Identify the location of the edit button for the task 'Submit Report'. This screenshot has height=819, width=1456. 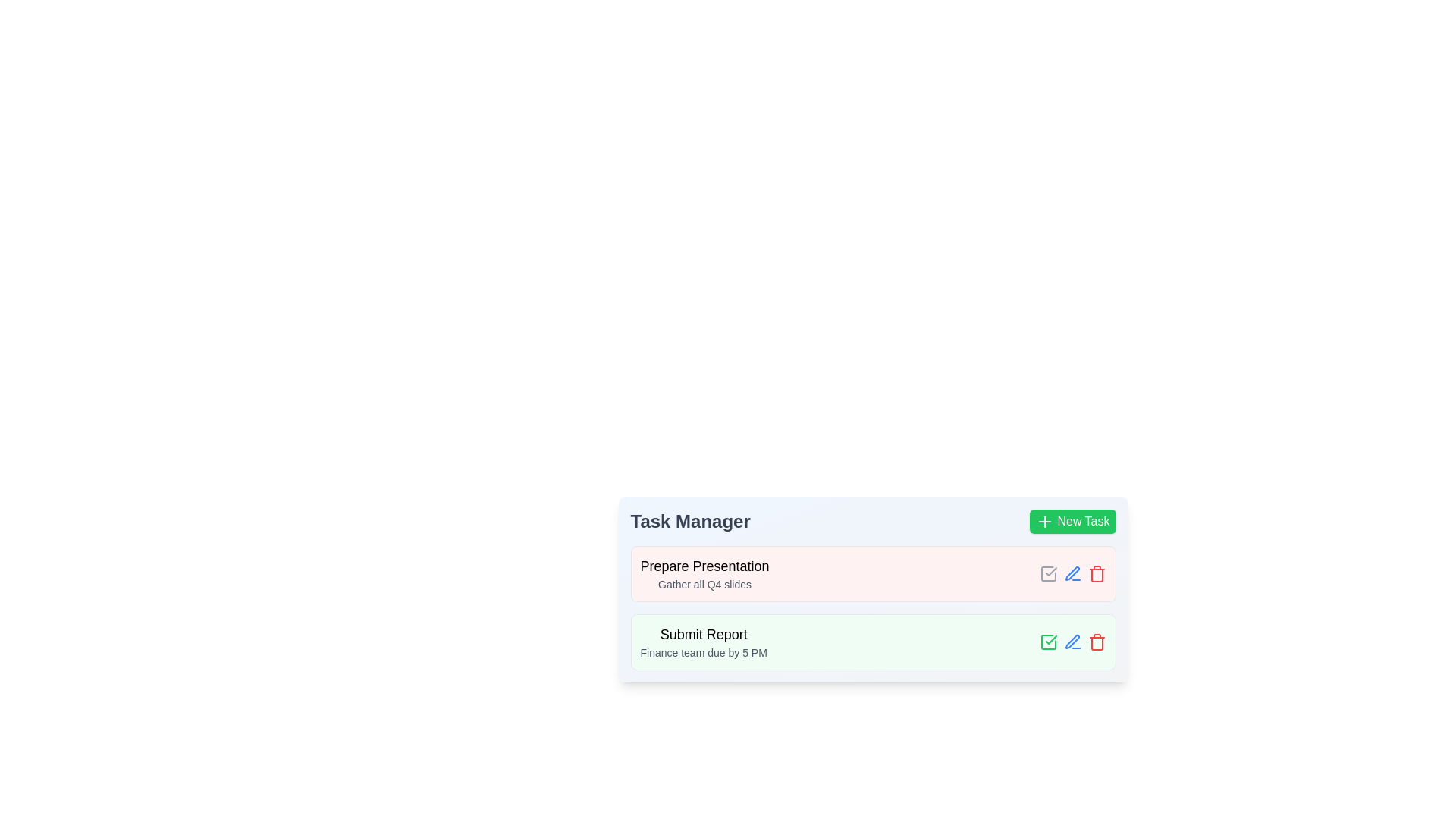
(1072, 642).